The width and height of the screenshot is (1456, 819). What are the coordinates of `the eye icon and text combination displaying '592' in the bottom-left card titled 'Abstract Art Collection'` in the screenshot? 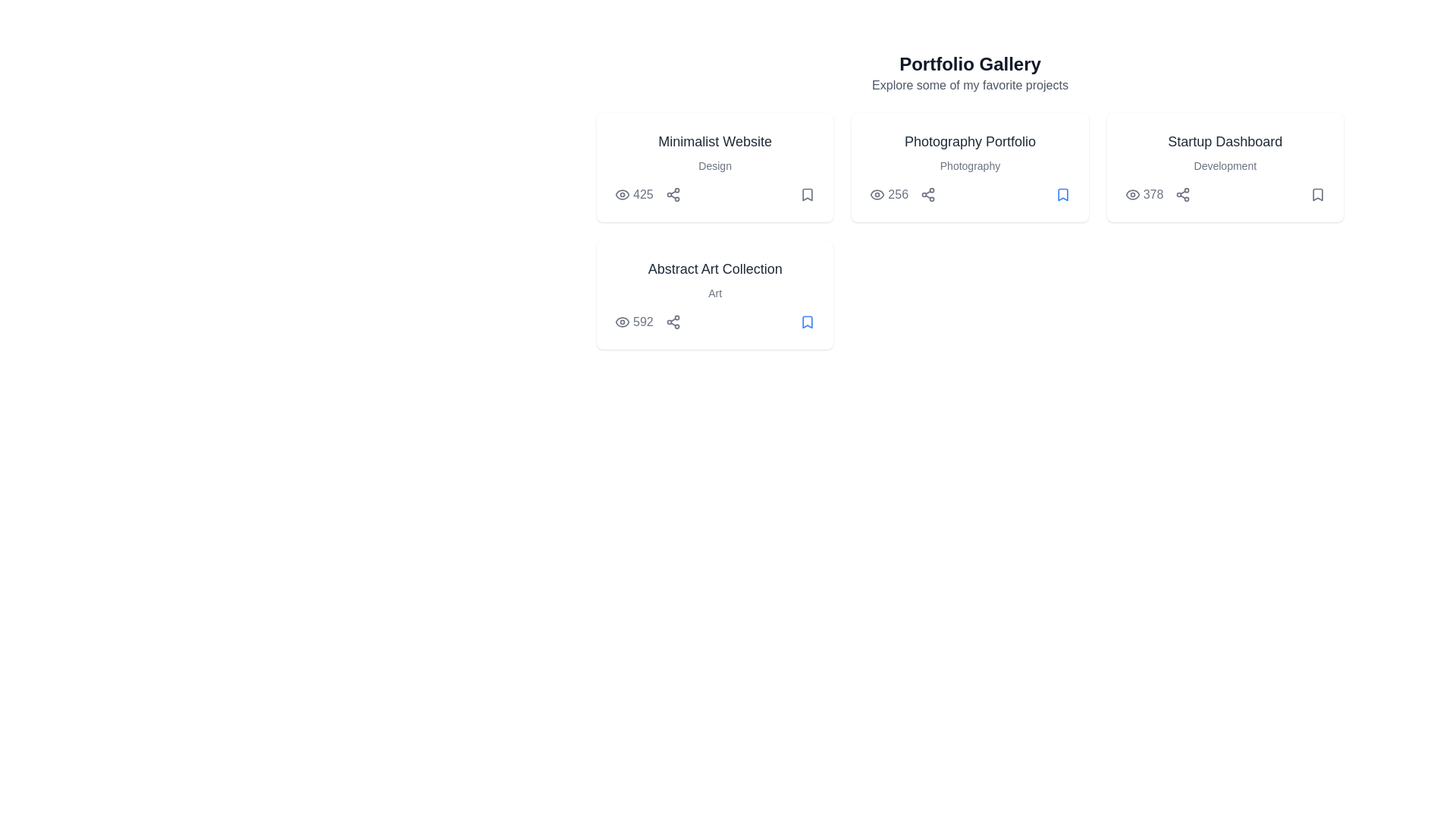 It's located at (634, 321).